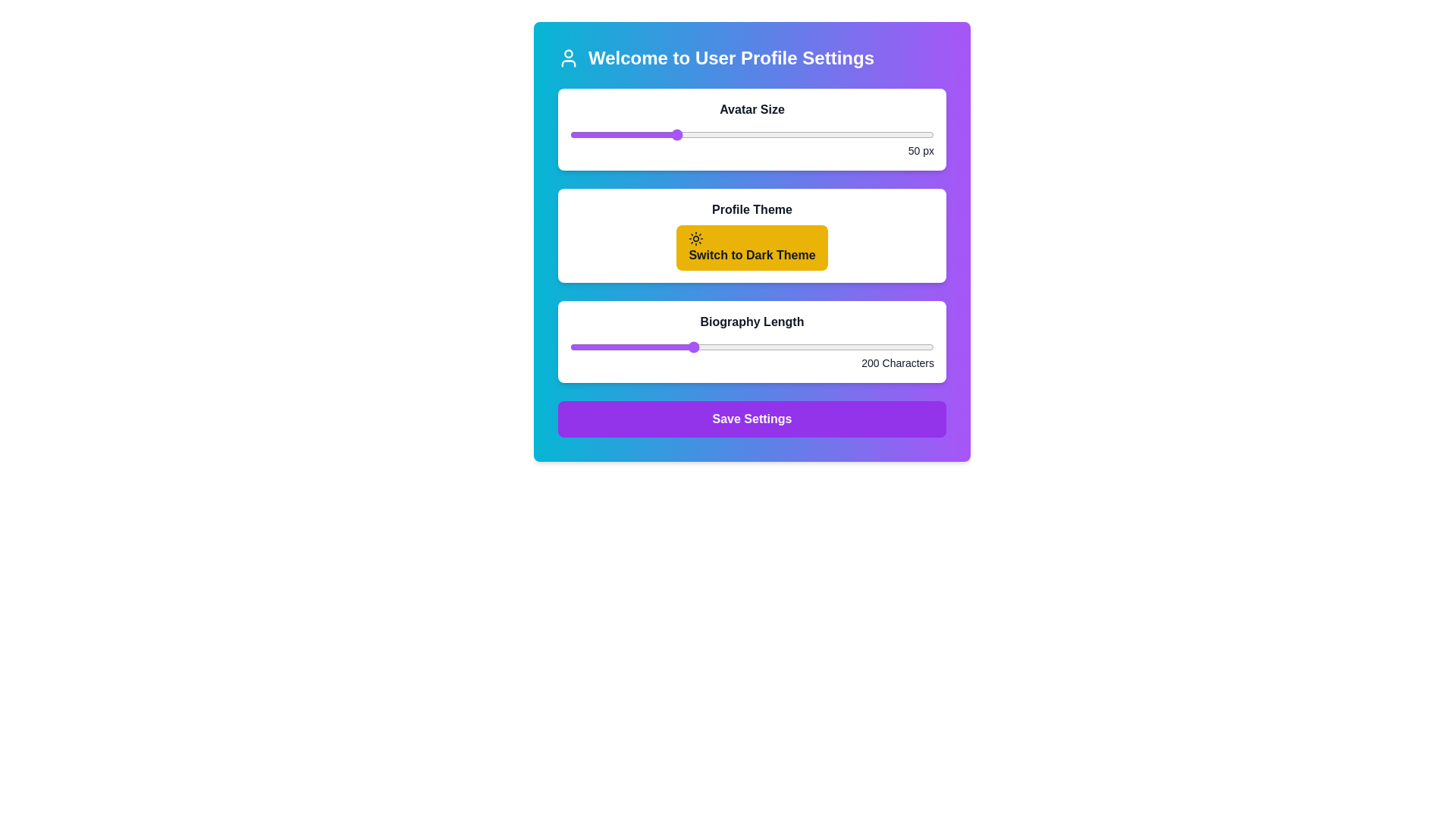 Image resolution: width=1456 pixels, height=819 pixels. What do you see at coordinates (701, 347) in the screenshot?
I see `the biography length slider` at bounding box center [701, 347].